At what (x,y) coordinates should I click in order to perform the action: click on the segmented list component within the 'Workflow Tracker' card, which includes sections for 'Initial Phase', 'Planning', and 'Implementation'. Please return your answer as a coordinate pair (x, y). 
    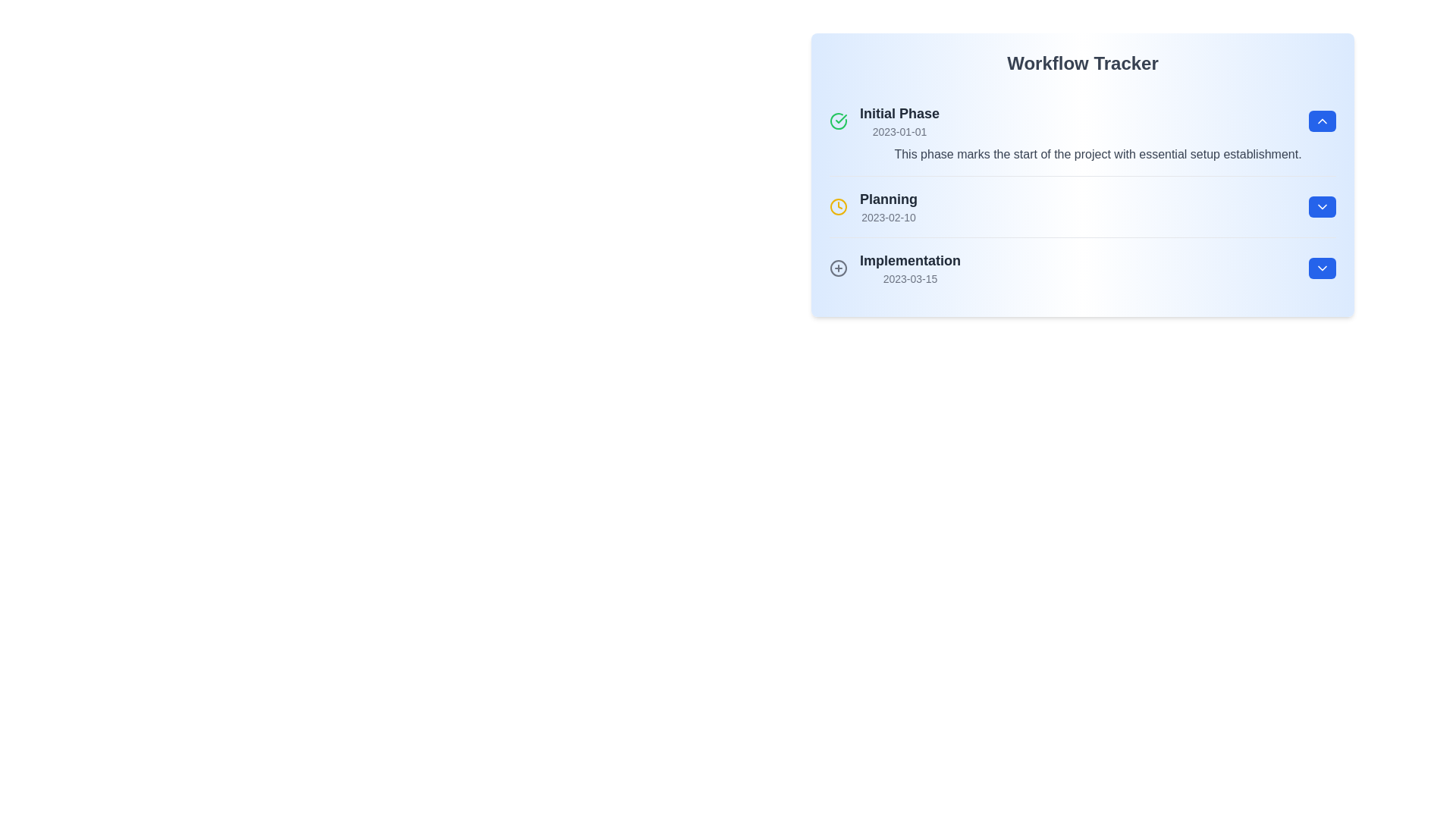
    Looking at the image, I should click on (1082, 194).